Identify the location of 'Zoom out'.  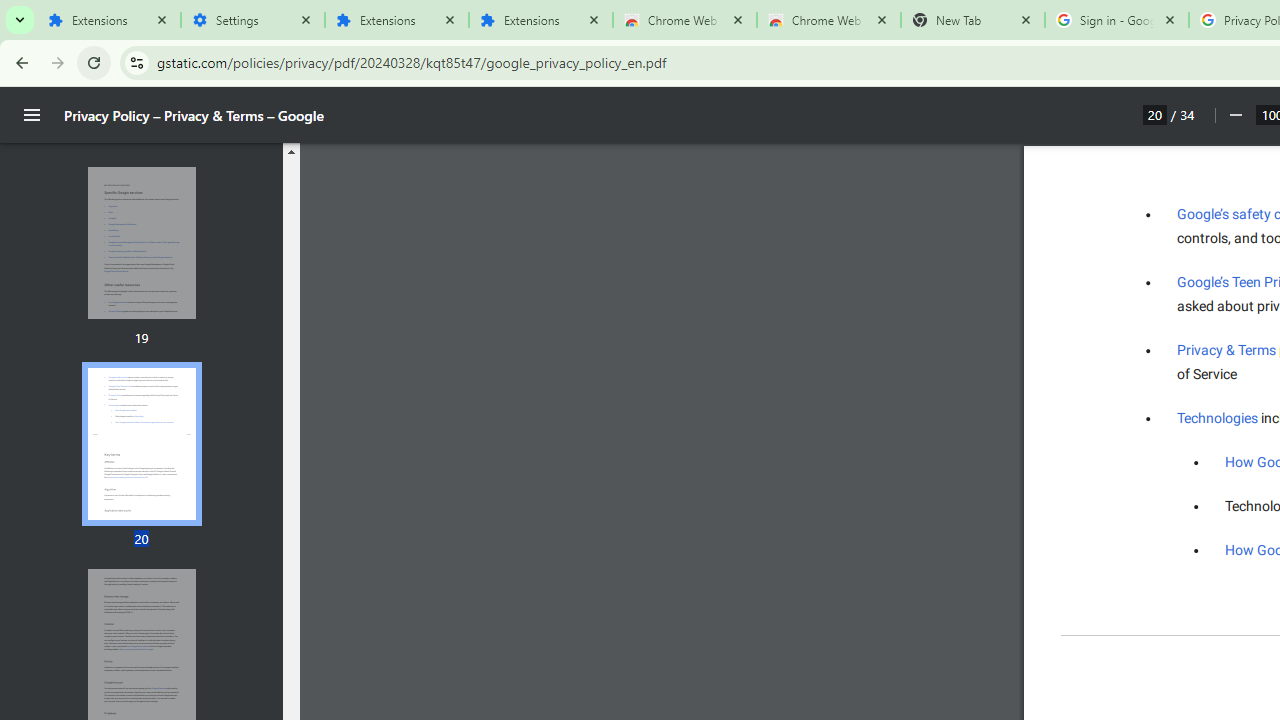
(1234, 115).